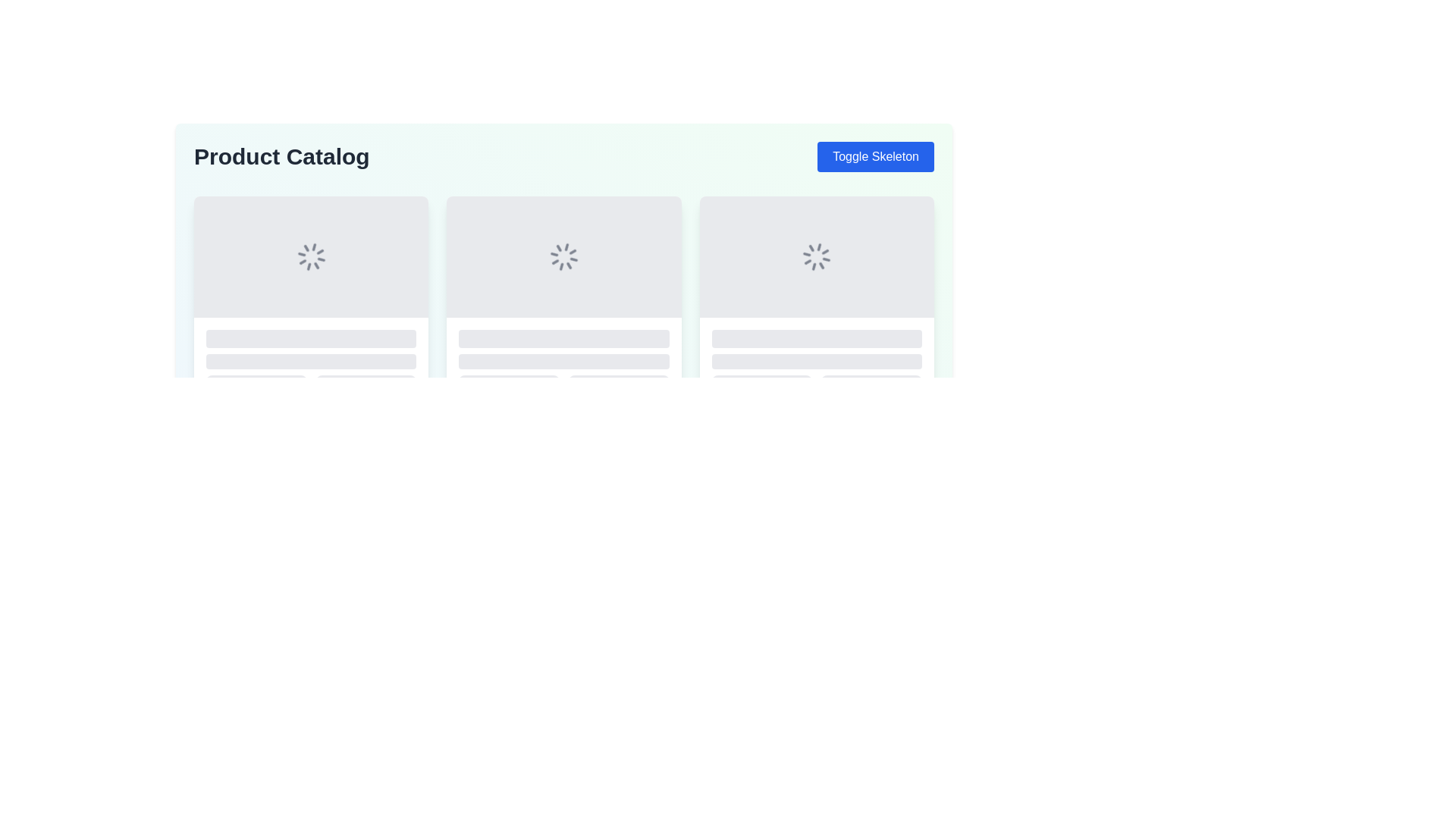 The height and width of the screenshot is (819, 1456). Describe the element at coordinates (761, 380) in the screenshot. I see `the Skeleton loading placeholder located` at that location.